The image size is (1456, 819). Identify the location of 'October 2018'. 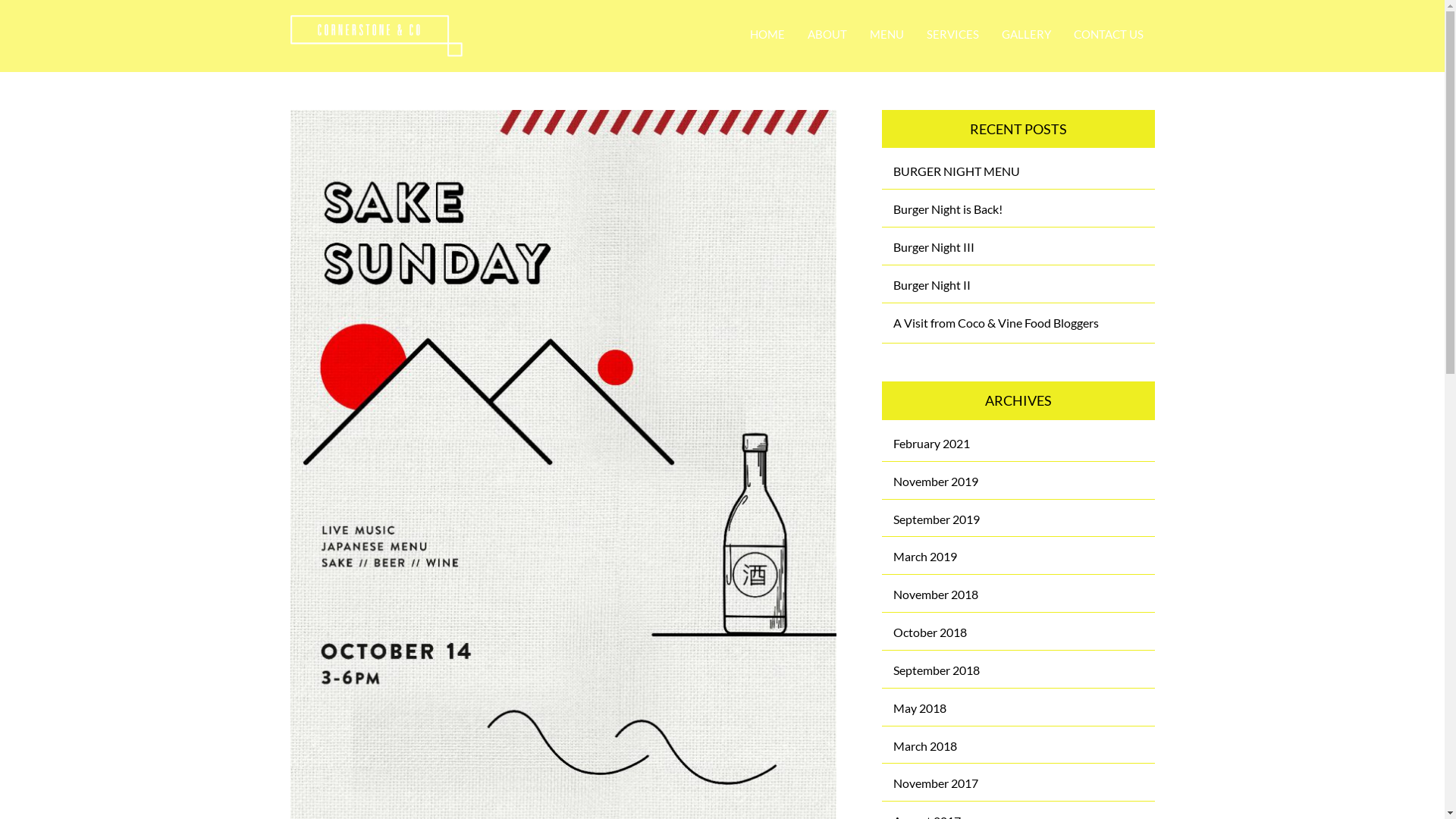
(929, 632).